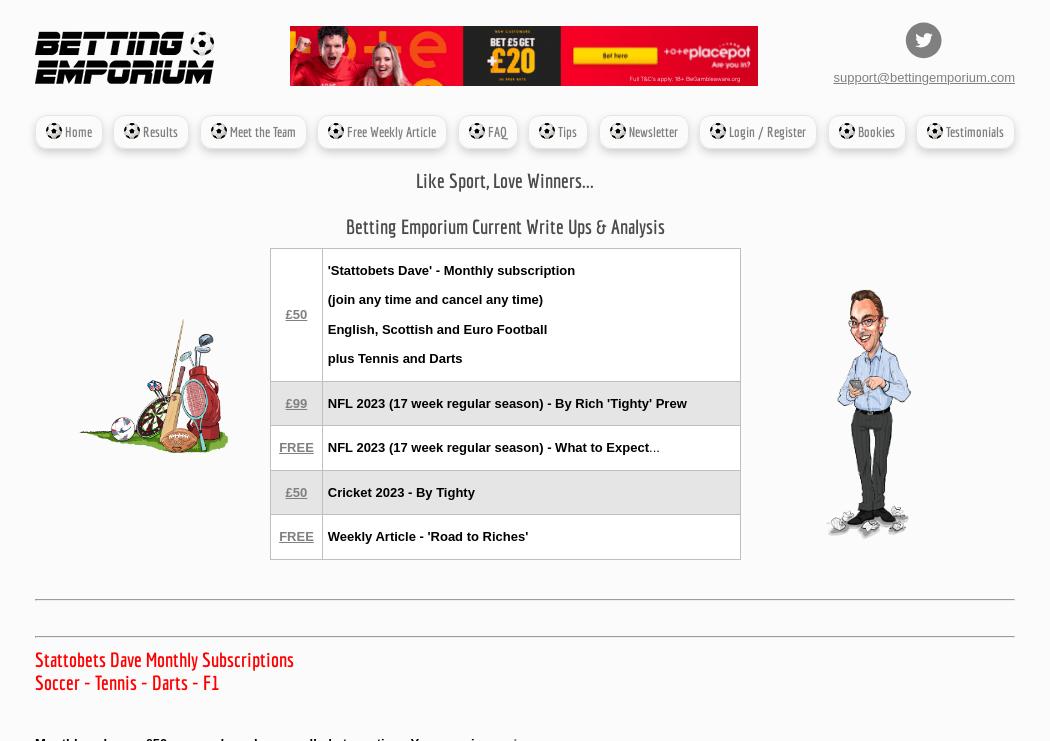 The image size is (1050, 741). What do you see at coordinates (495, 130) in the screenshot?
I see `'FAQ'` at bounding box center [495, 130].